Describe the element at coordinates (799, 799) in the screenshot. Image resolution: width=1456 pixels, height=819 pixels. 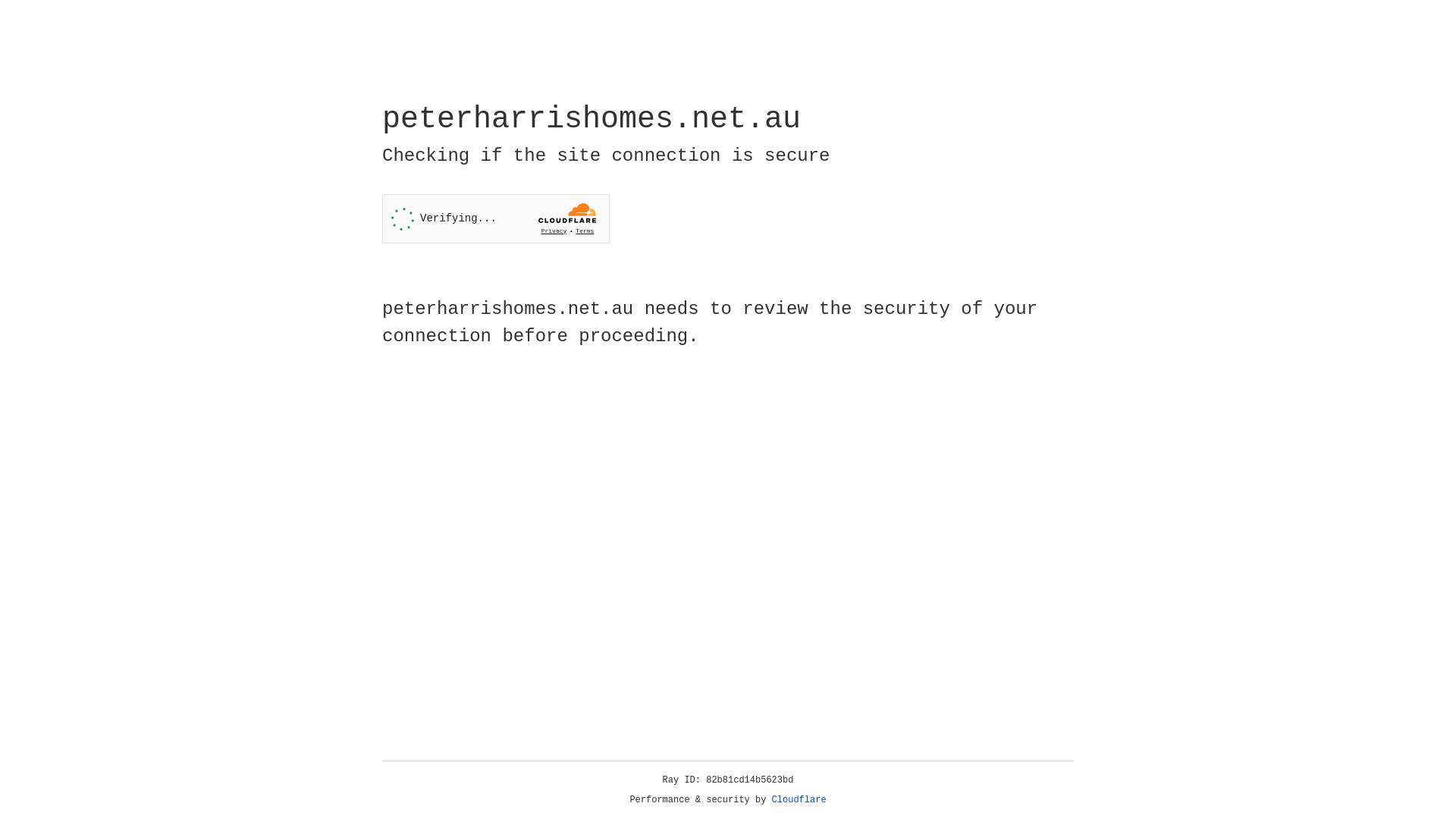
I see `'Cloudflare'` at that location.